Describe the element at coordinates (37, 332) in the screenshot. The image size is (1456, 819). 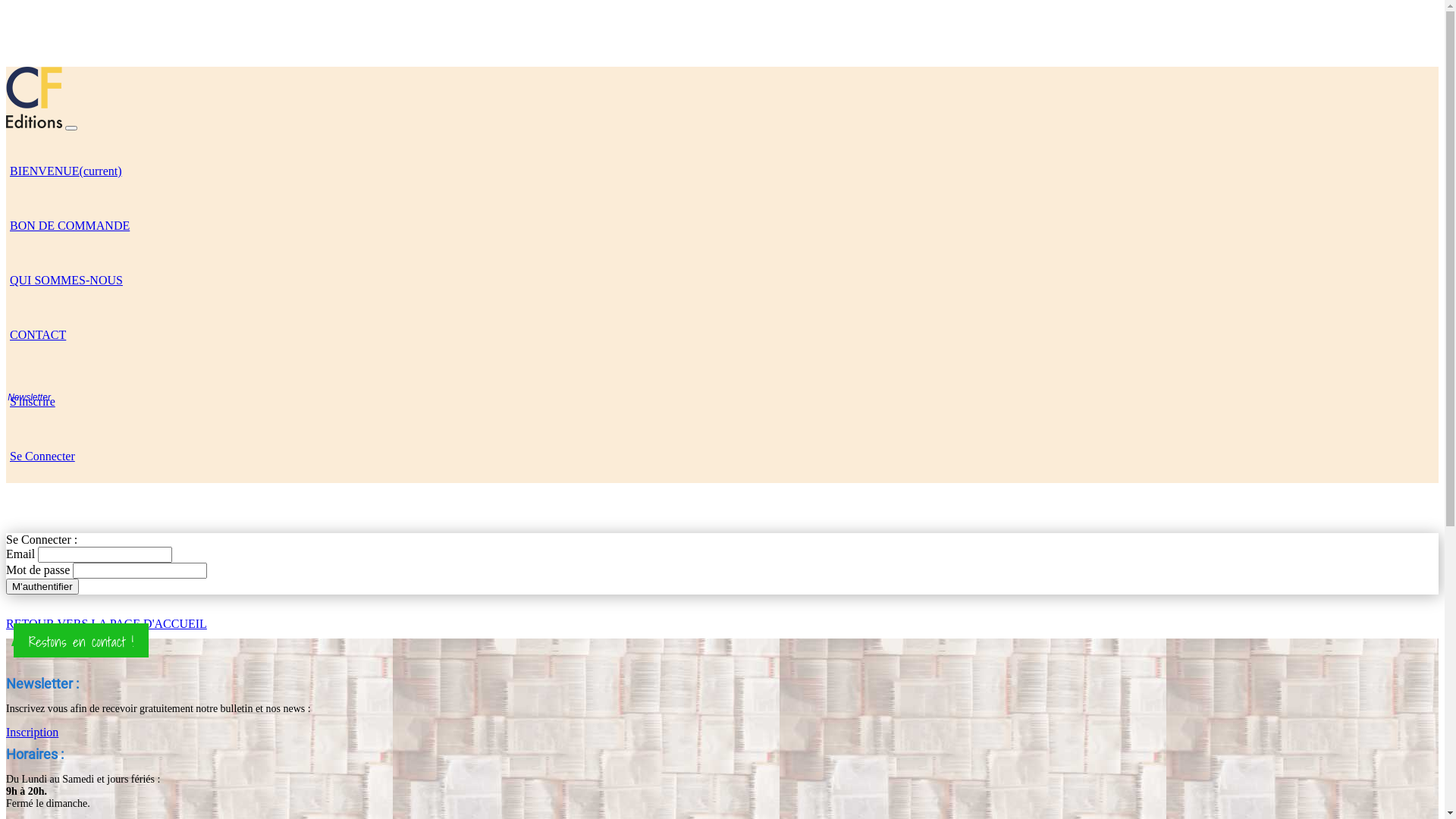
I see `'CONTACT'` at that location.